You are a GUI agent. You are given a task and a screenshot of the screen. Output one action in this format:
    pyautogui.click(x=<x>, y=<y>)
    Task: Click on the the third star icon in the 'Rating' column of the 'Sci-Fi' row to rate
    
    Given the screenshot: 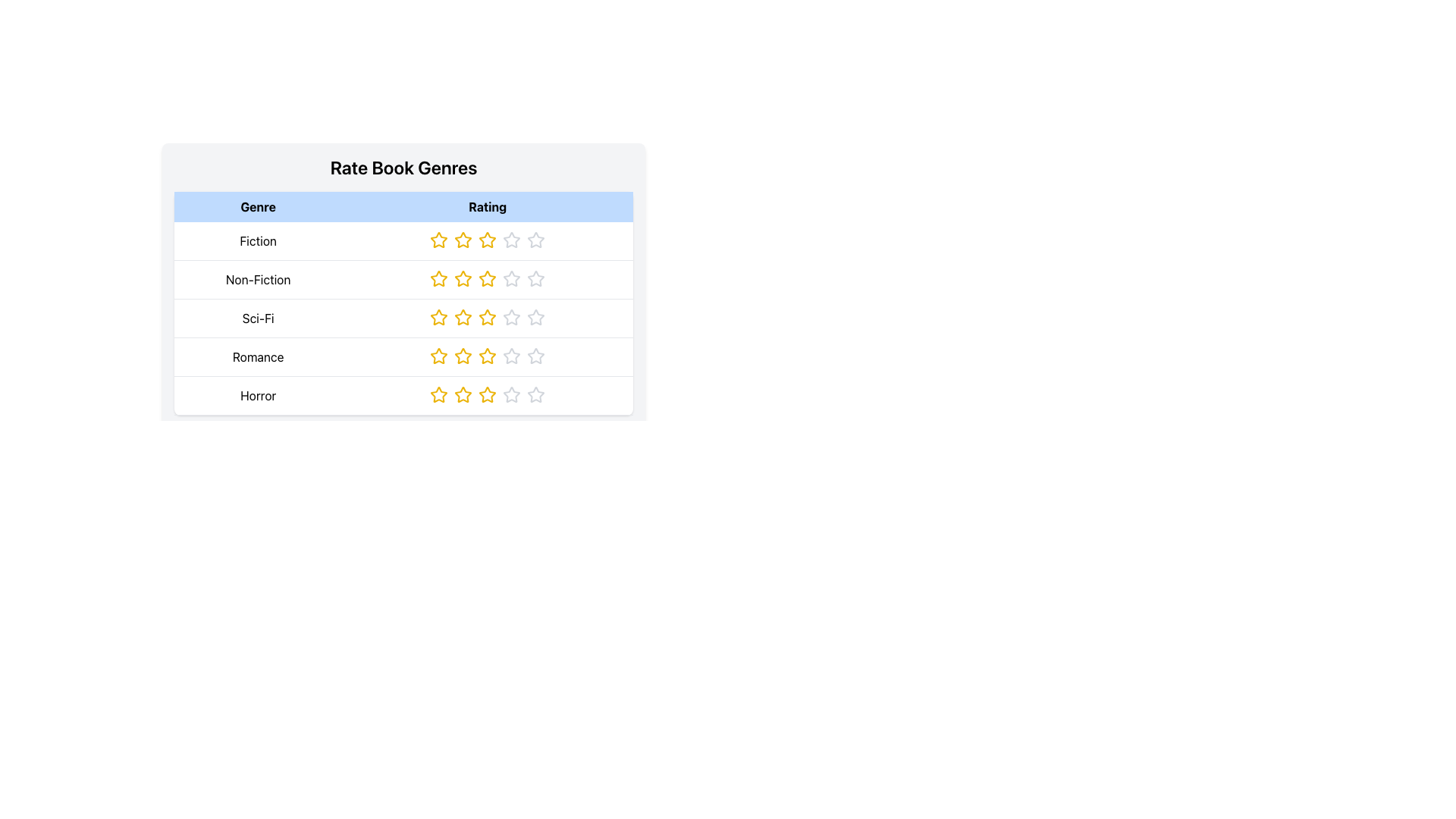 What is the action you would take?
    pyautogui.click(x=488, y=317)
    